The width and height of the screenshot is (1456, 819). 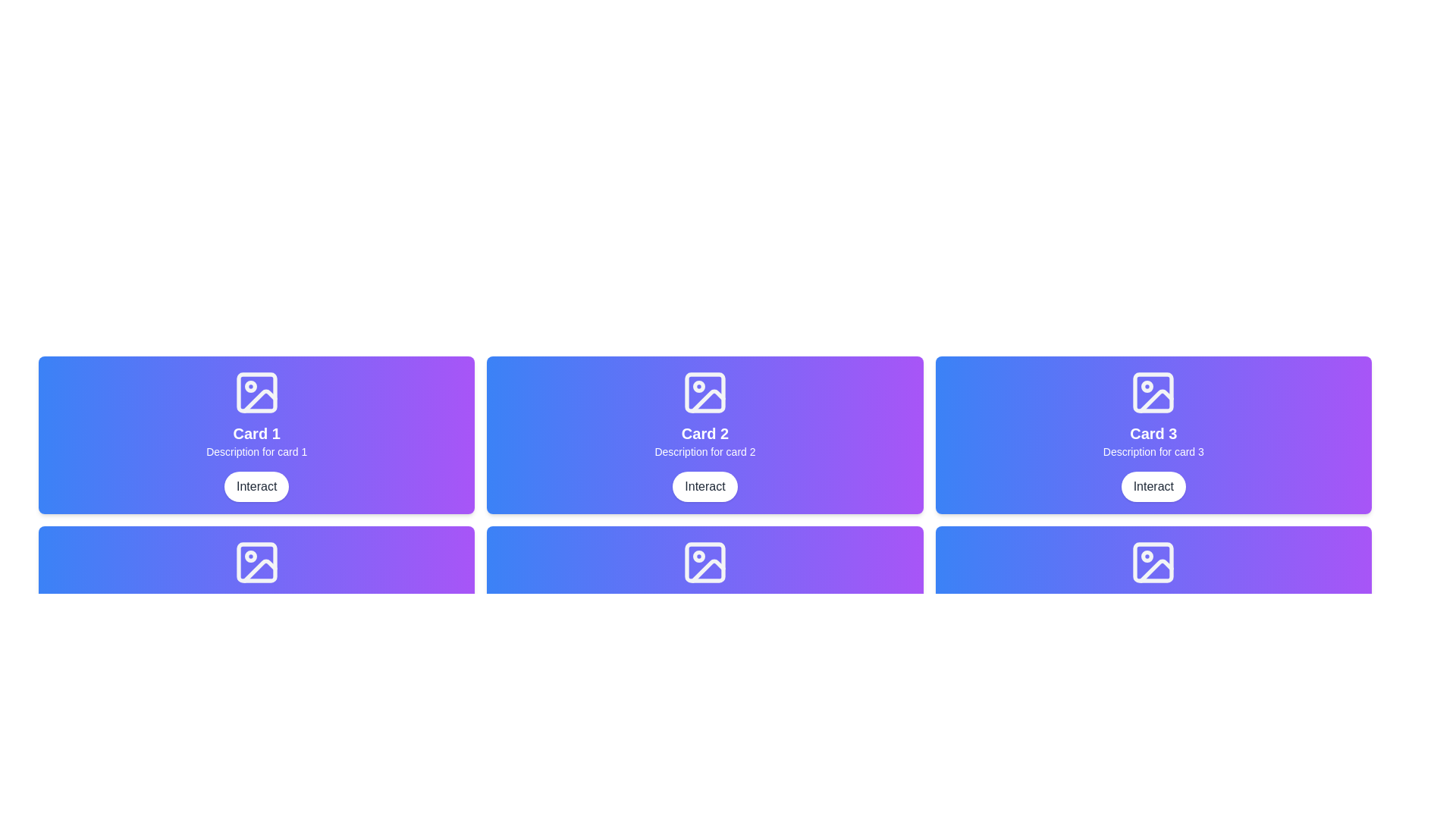 I want to click on the Text Label that displays the title and brief description associated with the first card component, located in the middle section of the first card, directly below the icon and above the 'Interact' button, so click(x=256, y=441).